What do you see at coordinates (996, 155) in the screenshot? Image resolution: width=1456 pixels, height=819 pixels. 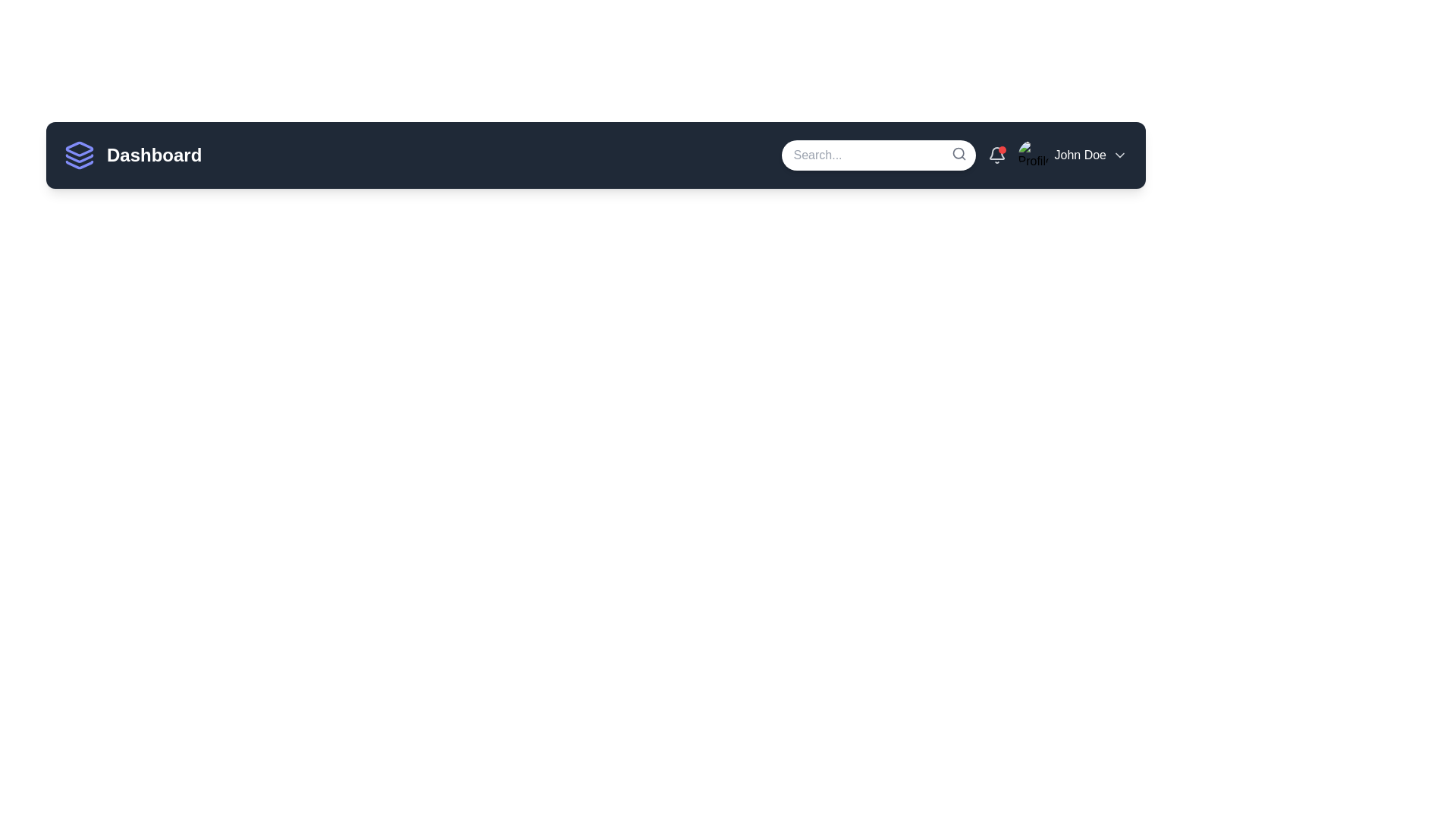 I see `the bell icon located at the top-right corner of the navigation bar` at bounding box center [996, 155].